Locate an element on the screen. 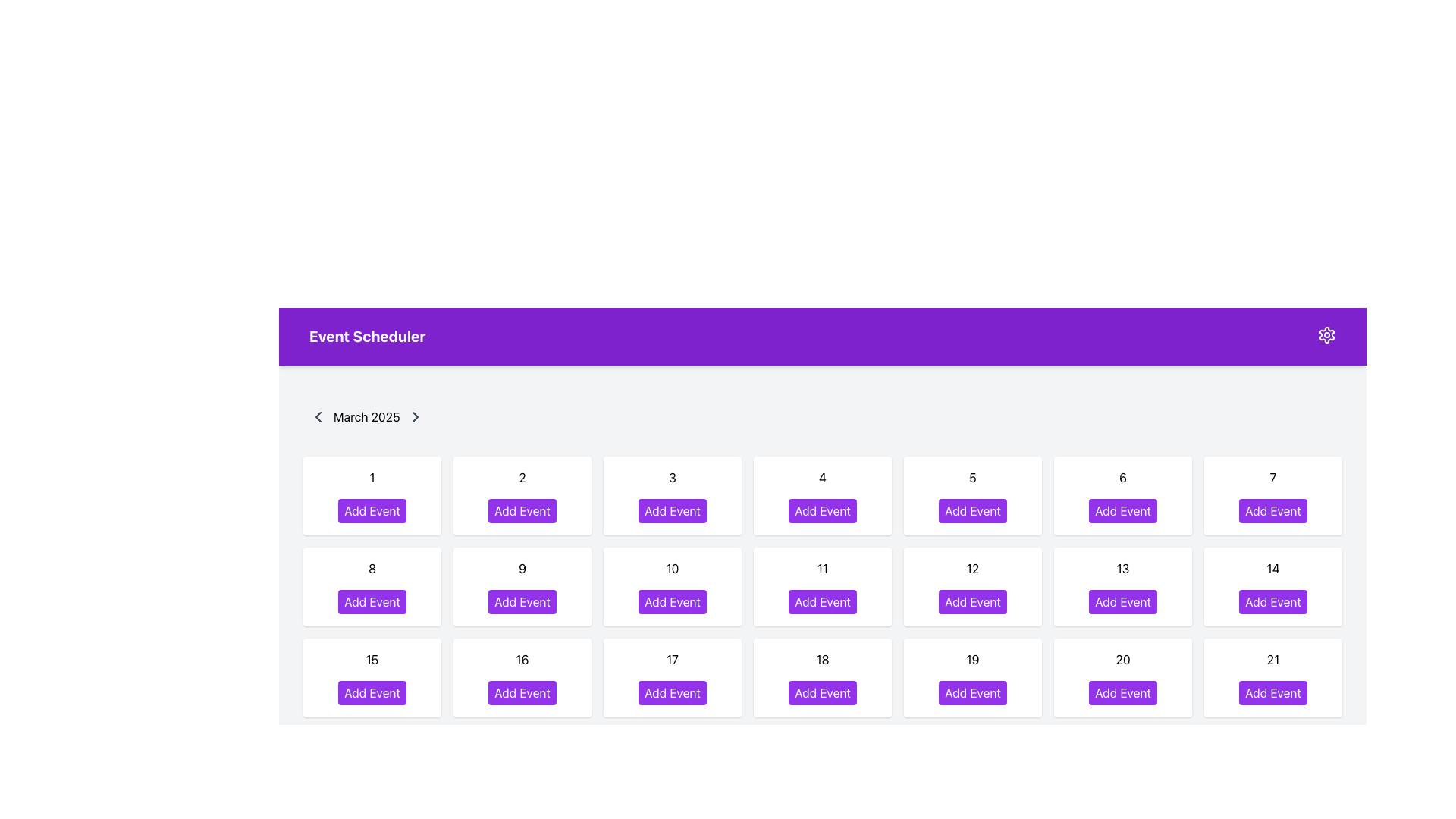 The image size is (1456, 819). the purple 'Add Event' button located in the sixth row of the grid layout for the 15th date on the calendar is located at coordinates (522, 783).